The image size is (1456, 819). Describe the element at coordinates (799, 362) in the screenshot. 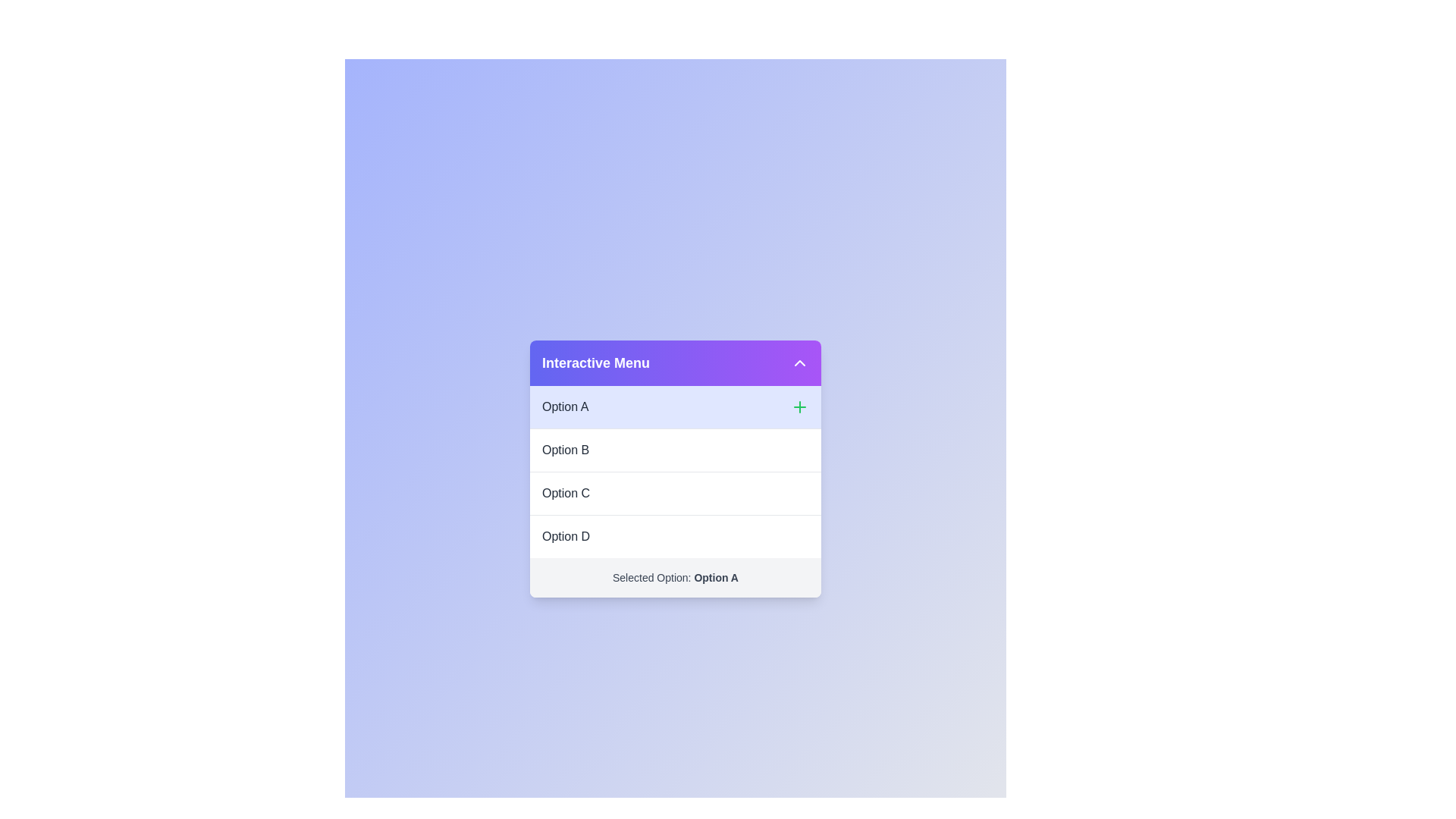

I see `the toggle button to toggle the menu open/close state` at that location.